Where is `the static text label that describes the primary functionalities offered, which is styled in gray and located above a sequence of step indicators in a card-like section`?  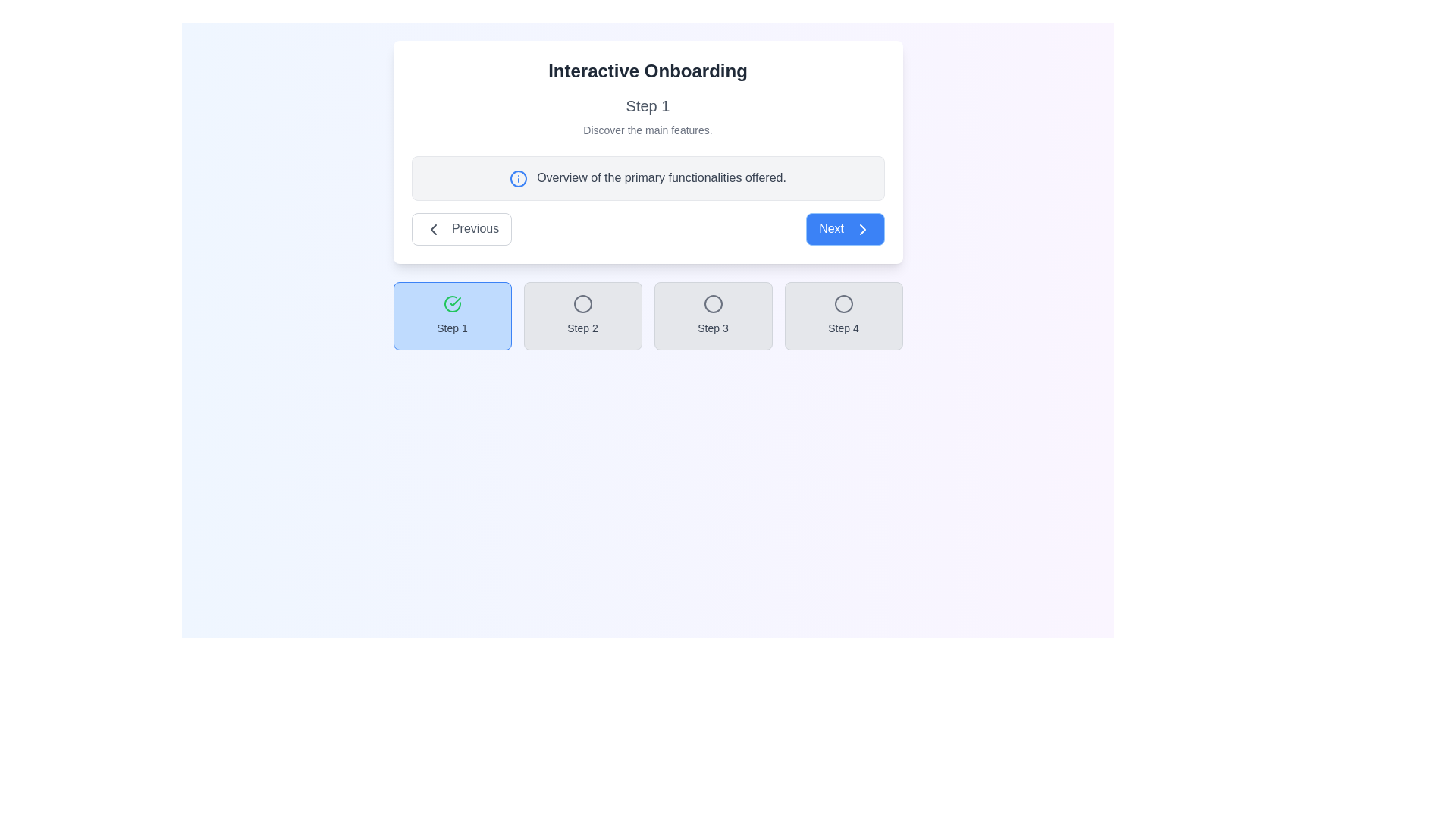 the static text label that describes the primary functionalities offered, which is styled in gray and located above a sequence of step indicators in a card-like section is located at coordinates (661, 177).